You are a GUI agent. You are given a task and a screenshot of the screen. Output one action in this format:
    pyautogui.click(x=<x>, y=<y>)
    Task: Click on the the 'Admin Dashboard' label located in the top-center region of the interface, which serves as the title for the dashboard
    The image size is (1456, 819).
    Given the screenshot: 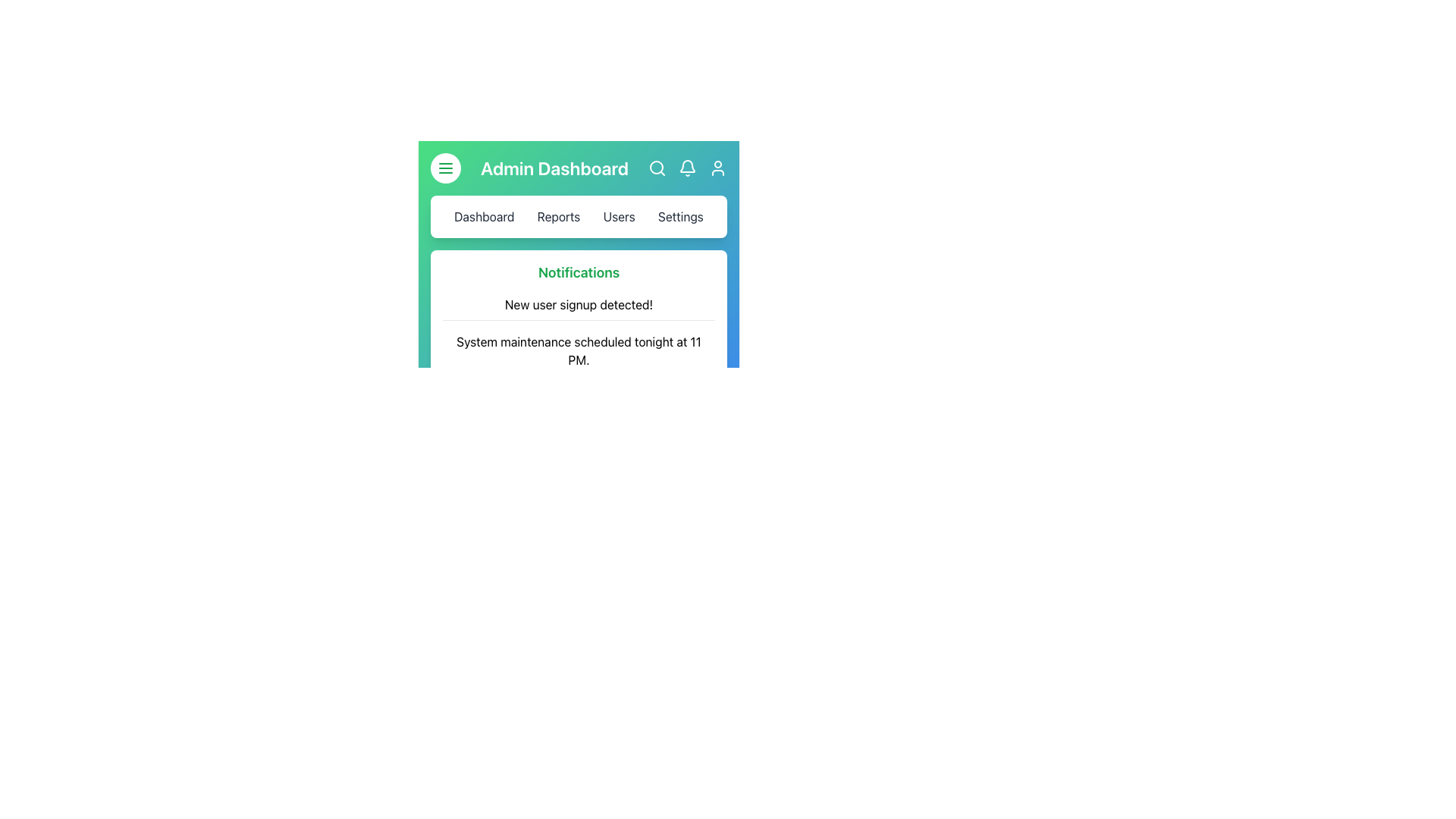 What is the action you would take?
    pyautogui.click(x=554, y=168)
    